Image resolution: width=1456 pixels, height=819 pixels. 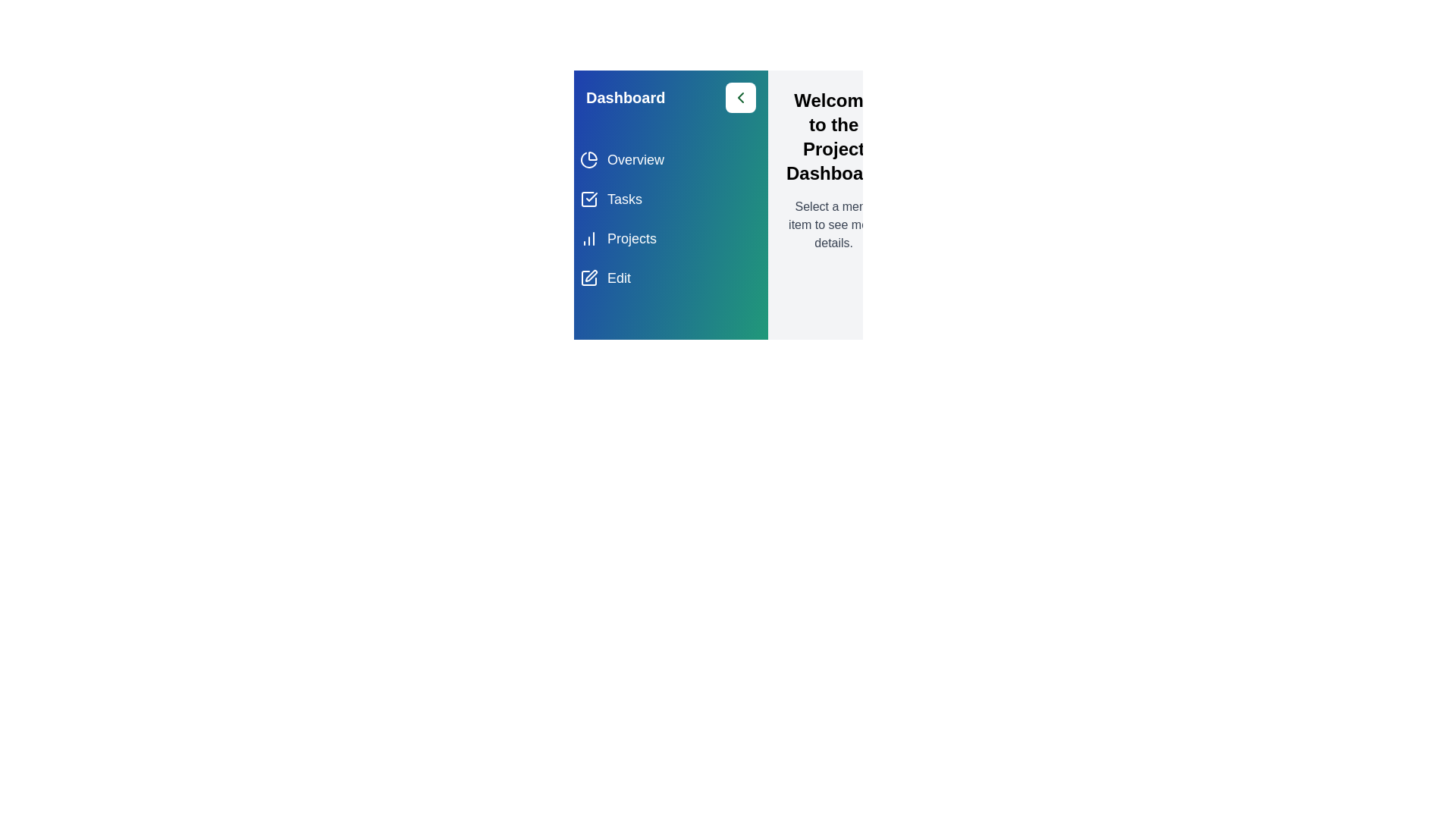 What do you see at coordinates (670, 160) in the screenshot?
I see `the menu item Overview from the list` at bounding box center [670, 160].